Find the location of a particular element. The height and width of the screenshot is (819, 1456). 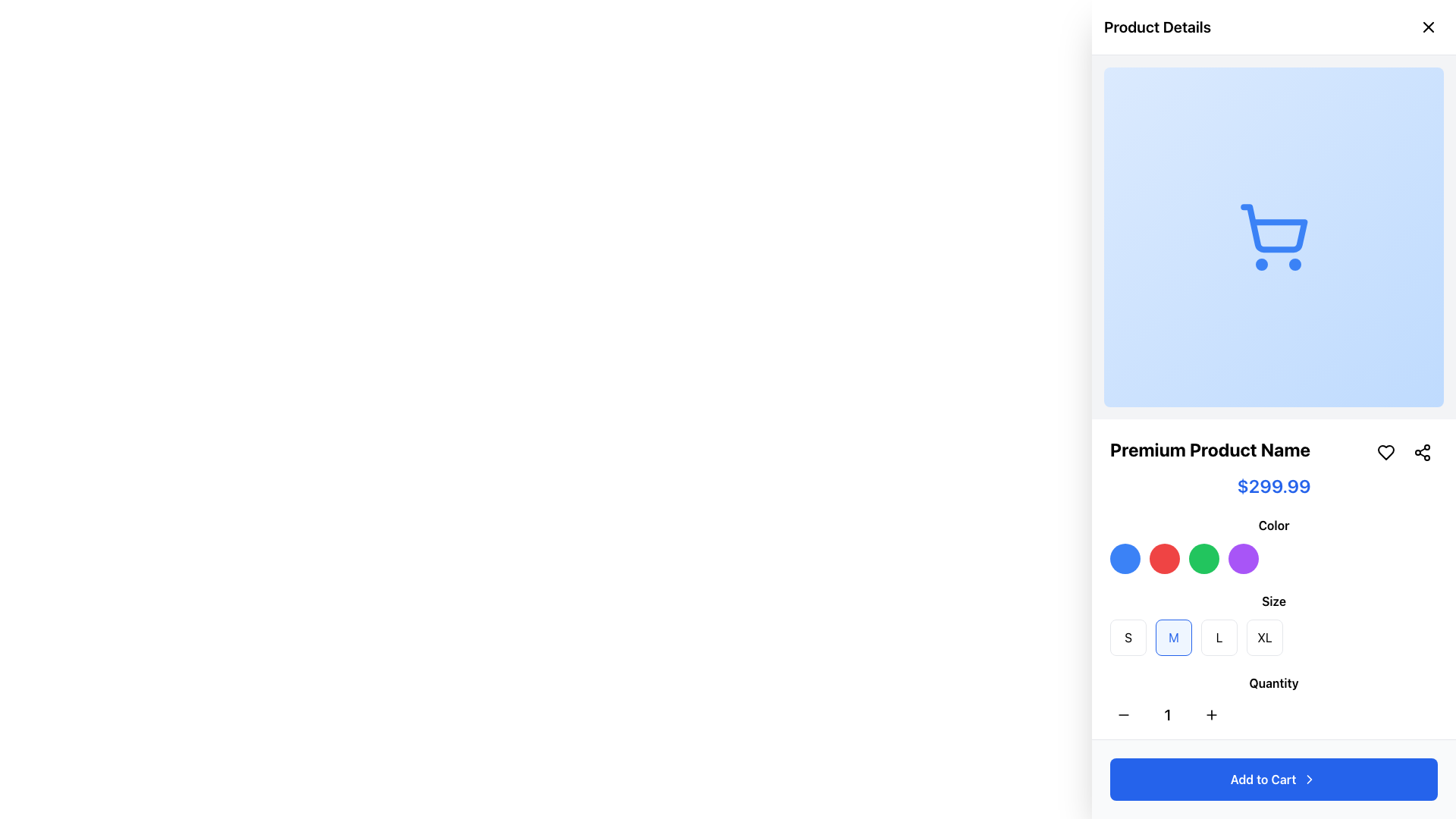

the 'Premium Product Name' text label, which is styled in bold and prominently displayed below a shopping cart image and above a price label is located at coordinates (1274, 452).